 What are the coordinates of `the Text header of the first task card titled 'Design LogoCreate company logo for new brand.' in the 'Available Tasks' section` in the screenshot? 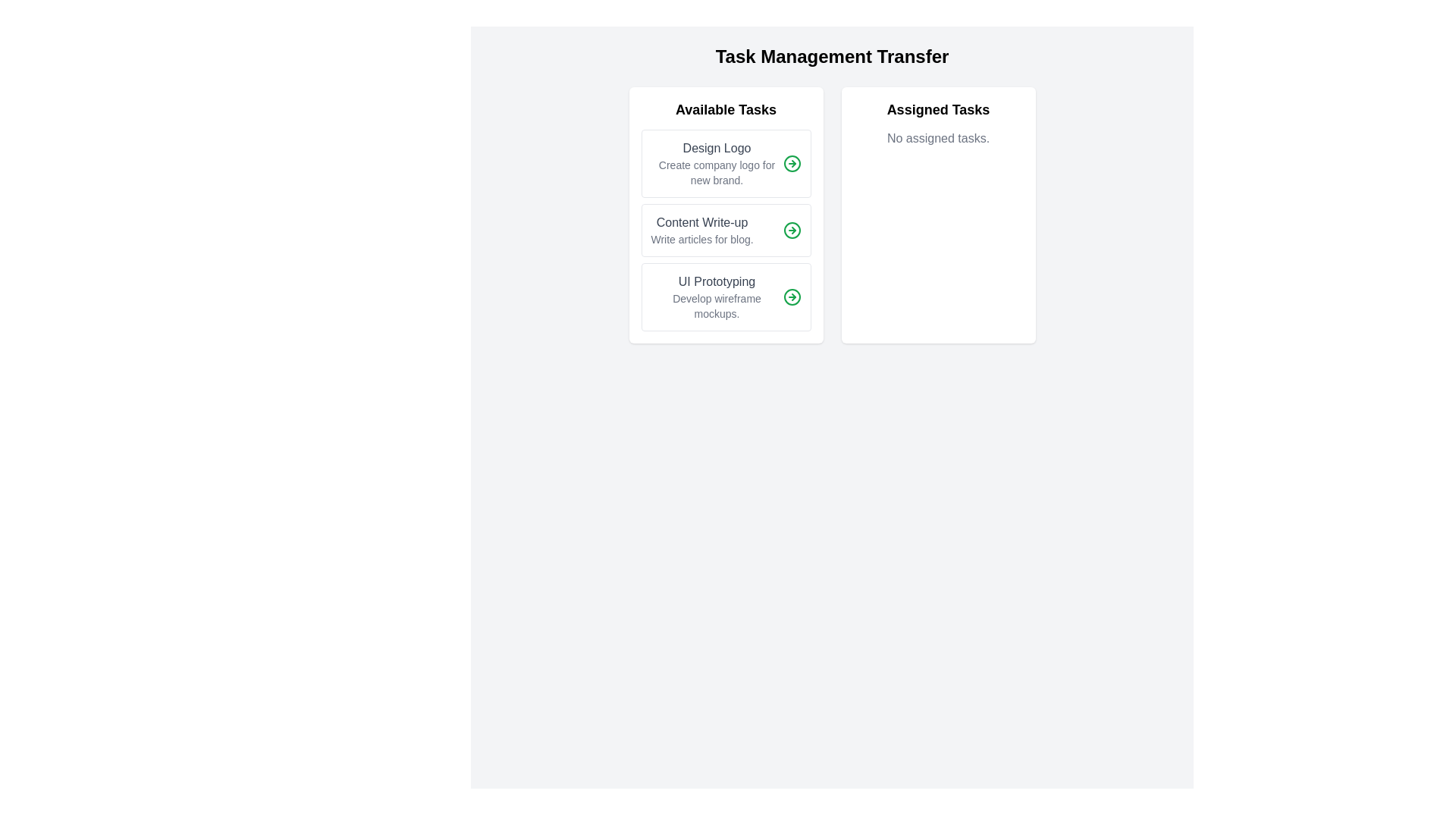 It's located at (716, 149).